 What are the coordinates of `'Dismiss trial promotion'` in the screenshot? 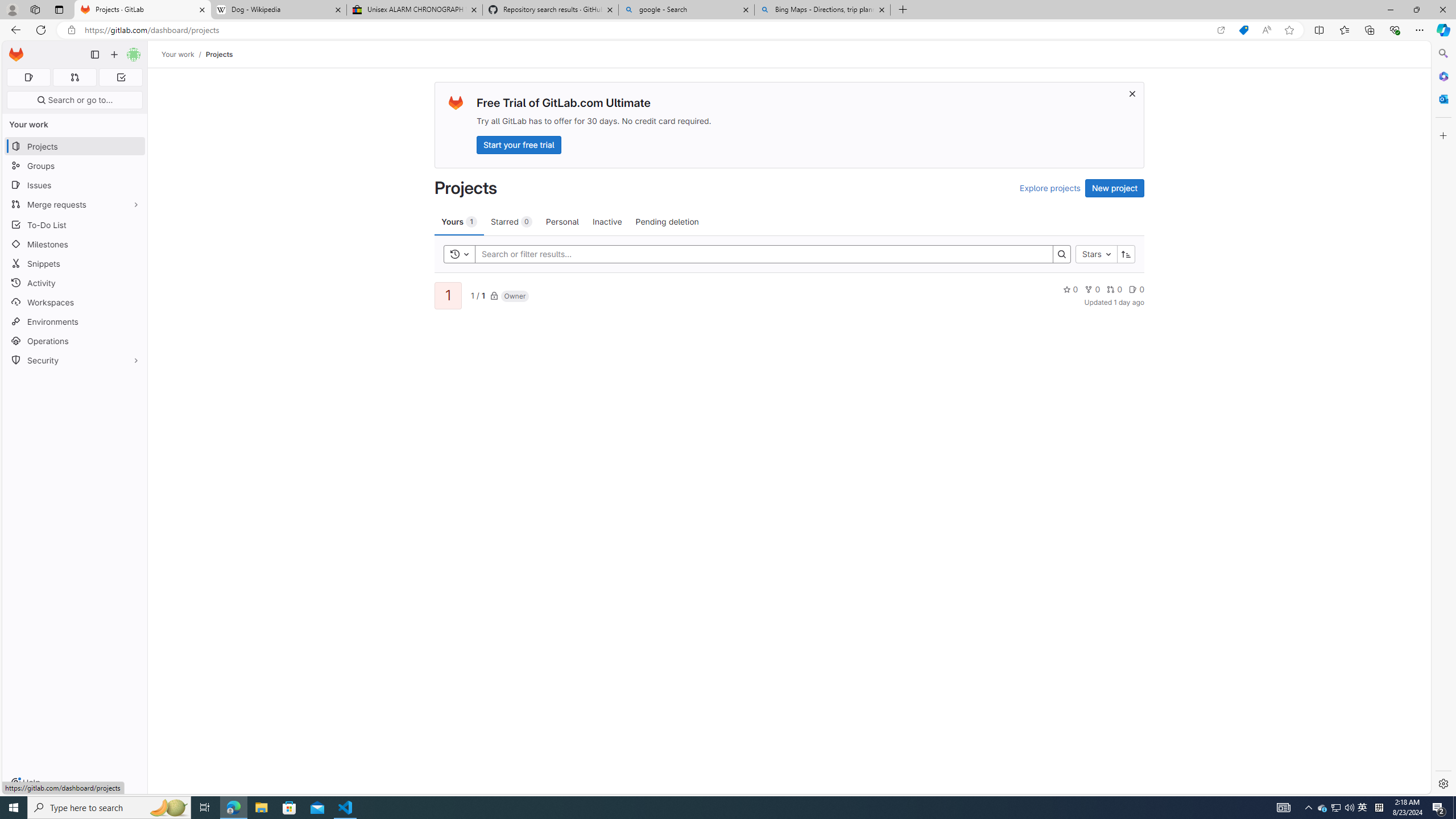 It's located at (1131, 93).